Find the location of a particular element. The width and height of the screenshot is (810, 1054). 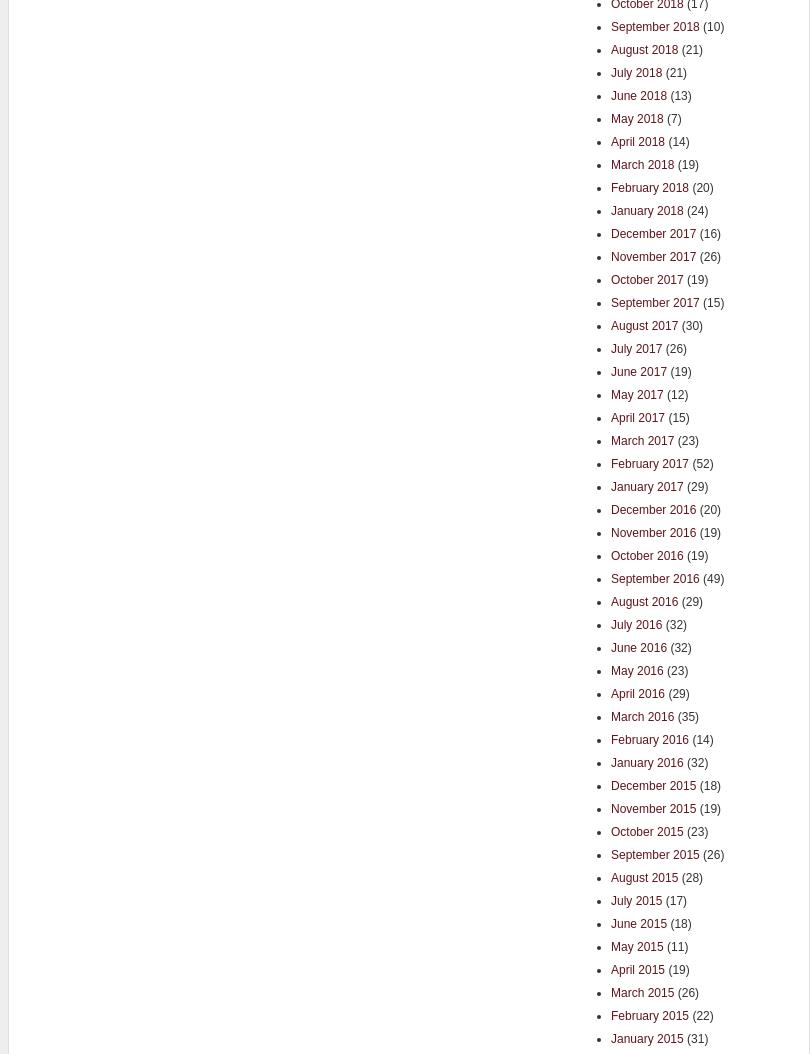

'January 2016' is located at coordinates (646, 762).